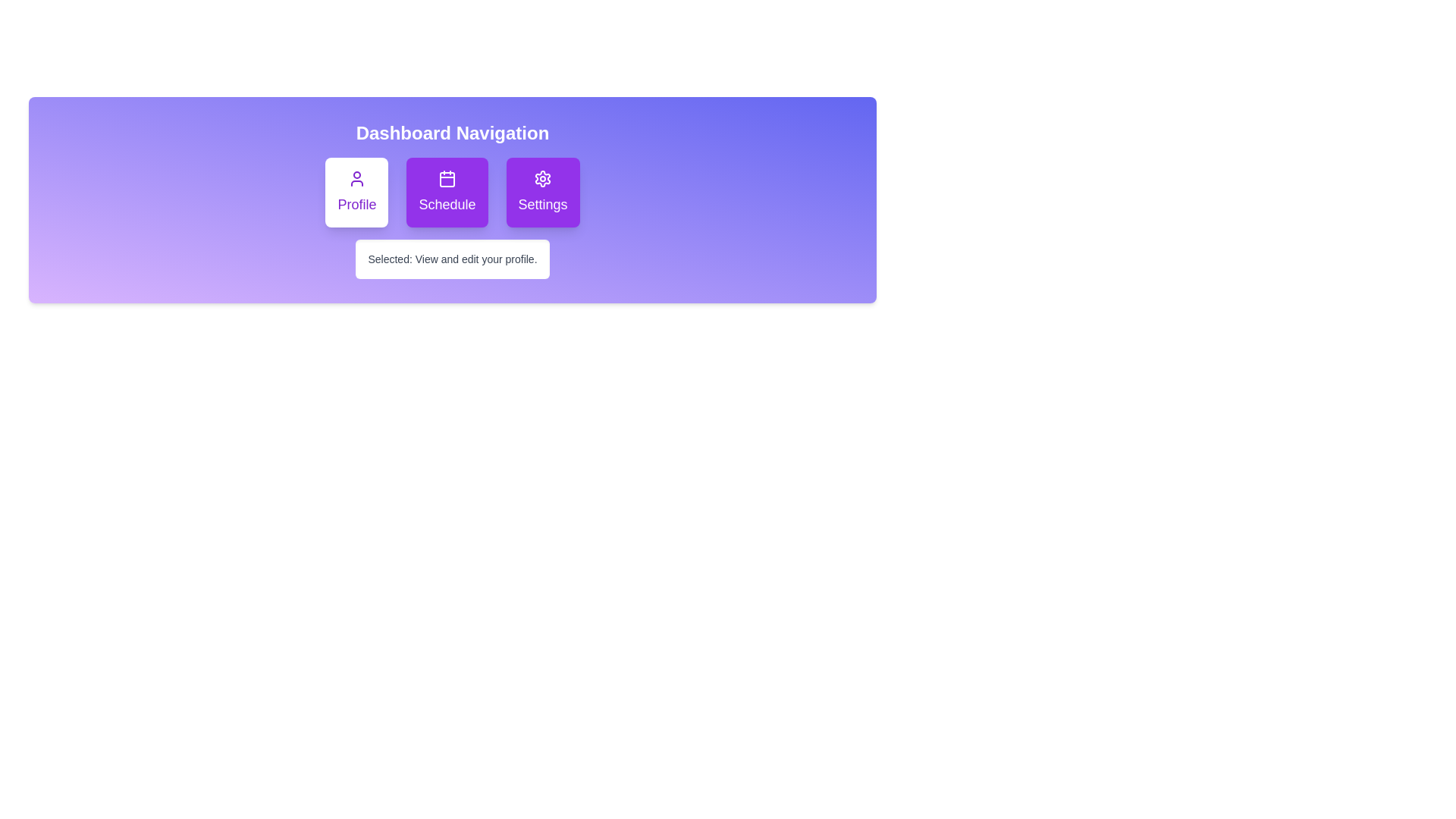  I want to click on the 'Profile' button, which is a small card with a white background, purple text, and a person icon above the 'Profile' label, located in the leftmost position of the navigation bar, so click(356, 192).